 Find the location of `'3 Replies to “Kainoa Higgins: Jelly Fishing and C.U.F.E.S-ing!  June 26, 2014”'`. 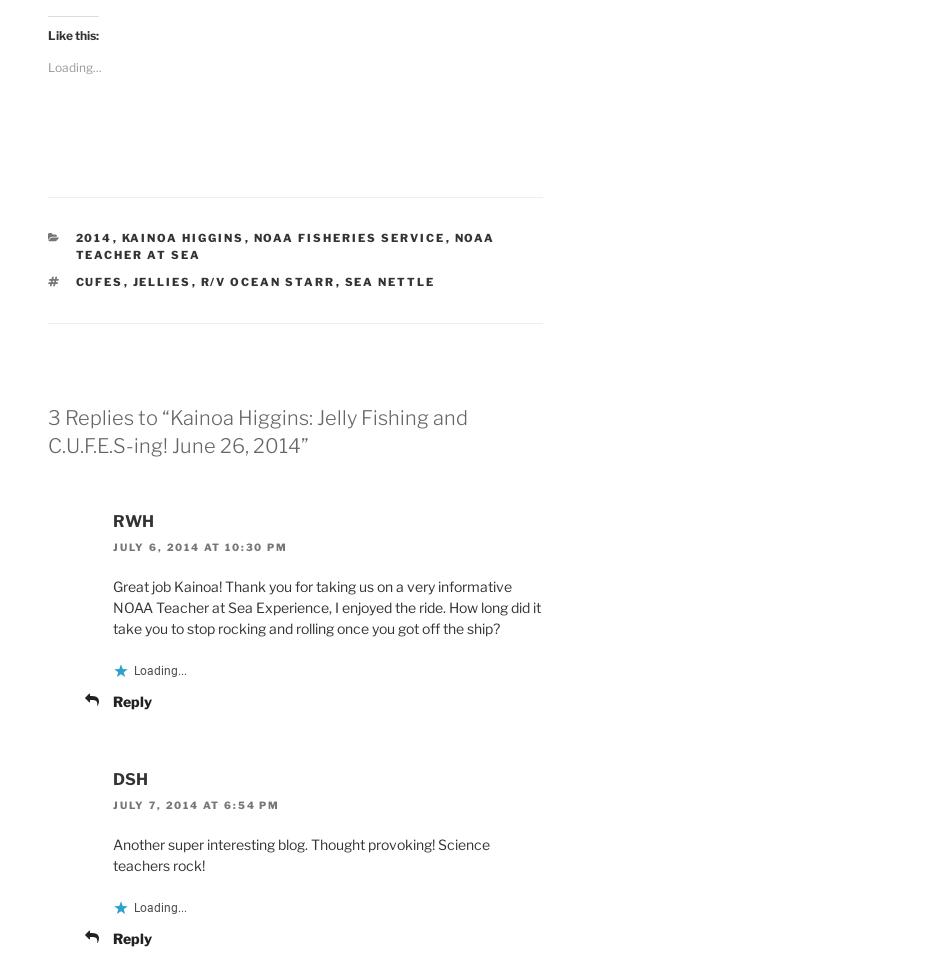

'3 Replies to “Kainoa Higgins: Jelly Fishing and C.U.F.E.S-ing!  June 26, 2014”' is located at coordinates (47, 429).